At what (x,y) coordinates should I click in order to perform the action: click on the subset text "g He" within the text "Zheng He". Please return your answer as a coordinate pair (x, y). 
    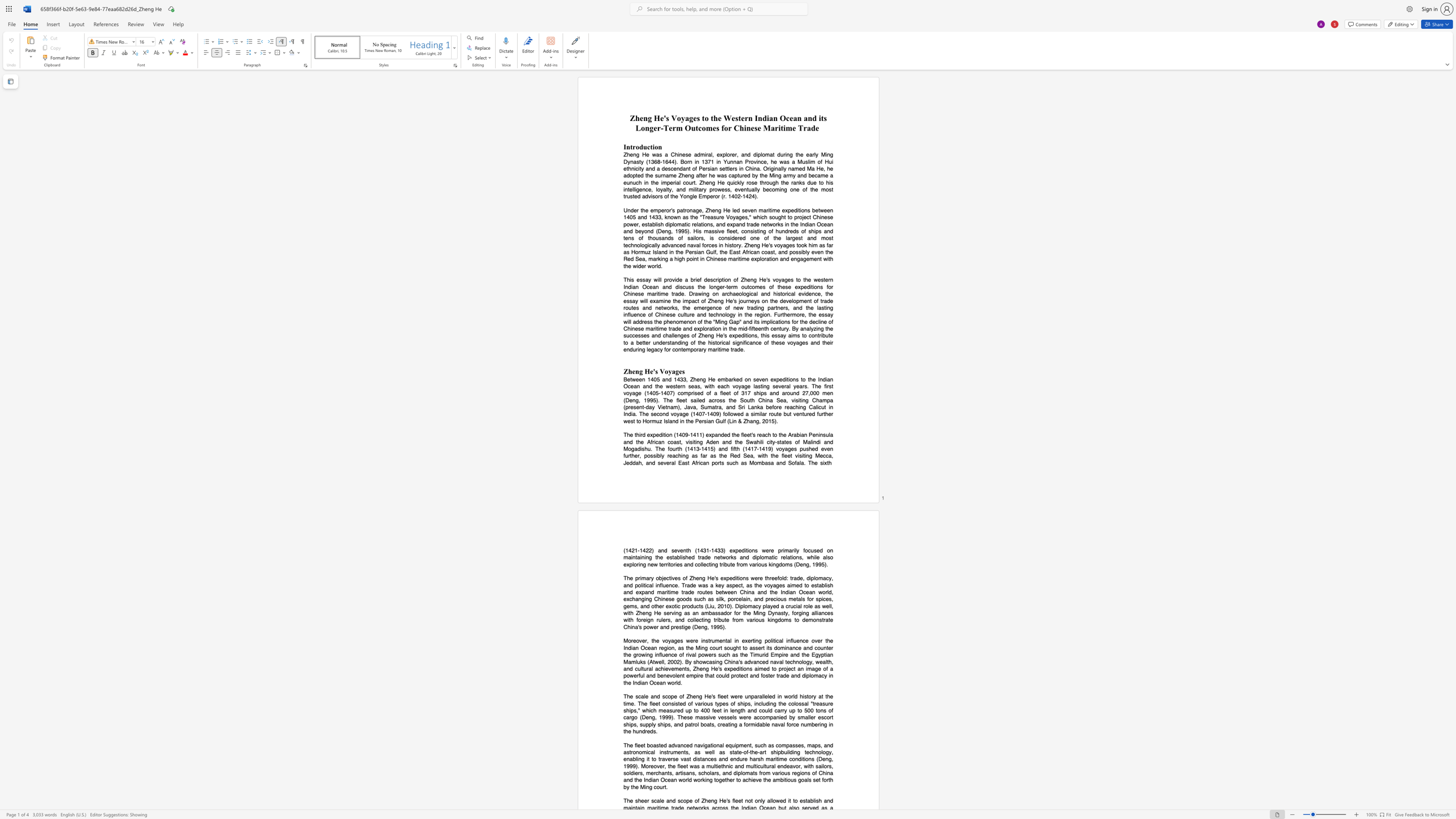
    Looking at the image, I should click on (647, 118).